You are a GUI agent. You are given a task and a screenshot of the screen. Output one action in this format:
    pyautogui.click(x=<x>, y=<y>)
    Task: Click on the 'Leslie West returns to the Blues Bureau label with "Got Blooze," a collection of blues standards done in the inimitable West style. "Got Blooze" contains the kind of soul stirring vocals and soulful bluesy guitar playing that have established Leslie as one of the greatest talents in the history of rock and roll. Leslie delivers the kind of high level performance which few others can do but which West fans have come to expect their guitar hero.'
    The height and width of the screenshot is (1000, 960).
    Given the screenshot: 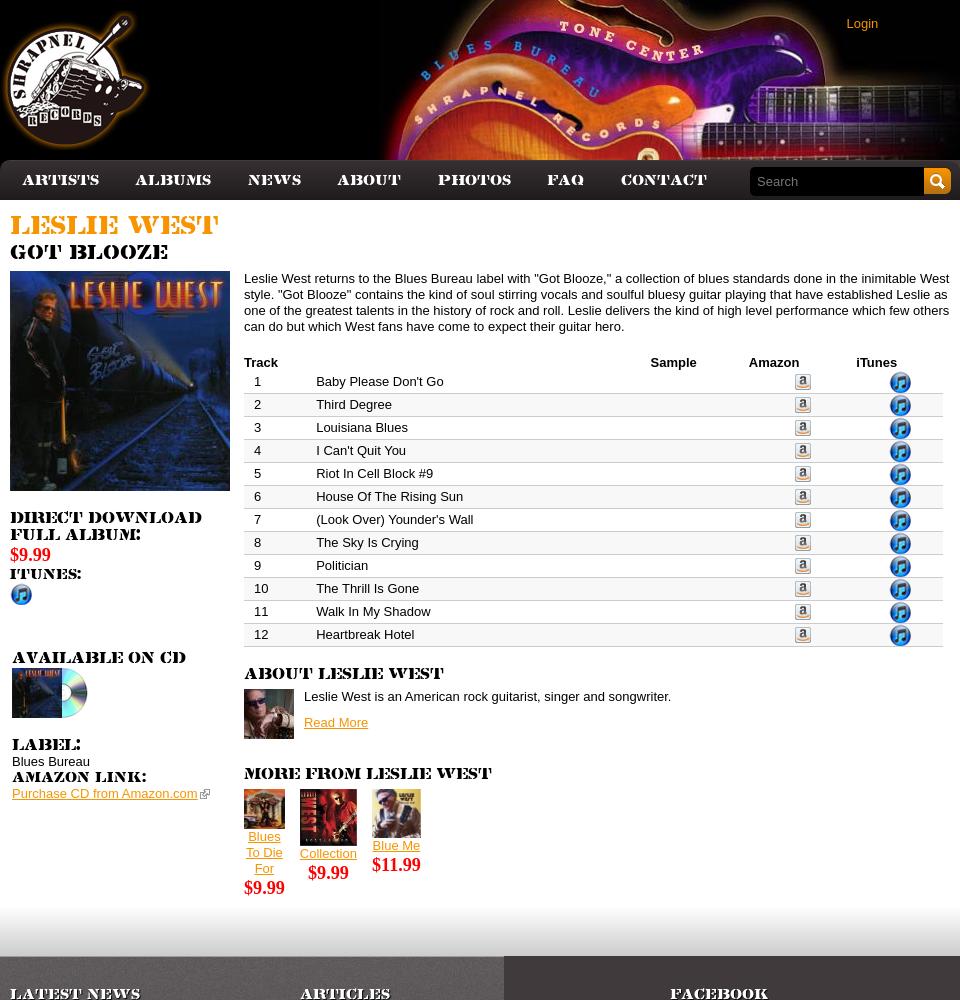 What is the action you would take?
    pyautogui.click(x=595, y=301)
    